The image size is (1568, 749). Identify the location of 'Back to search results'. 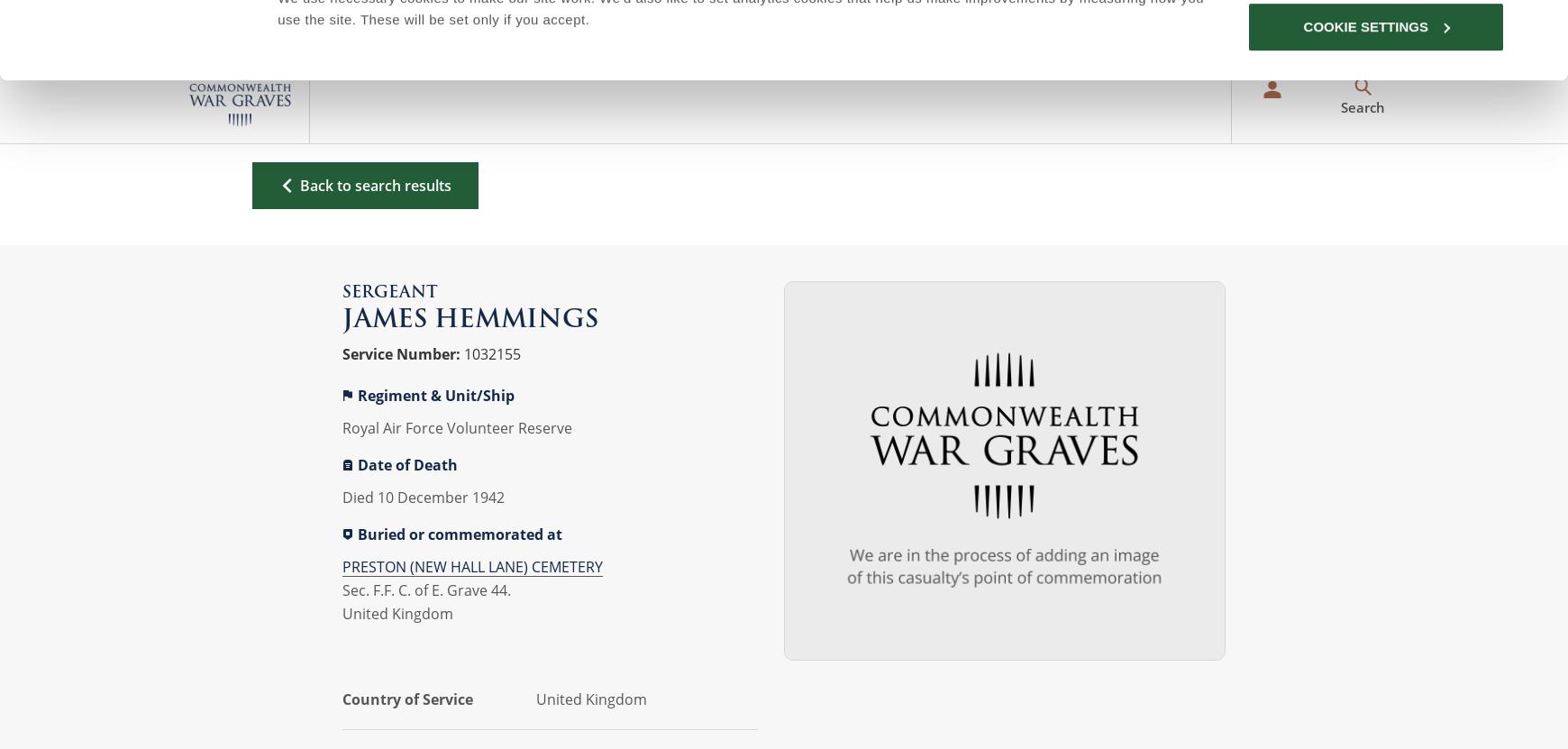
(376, 186).